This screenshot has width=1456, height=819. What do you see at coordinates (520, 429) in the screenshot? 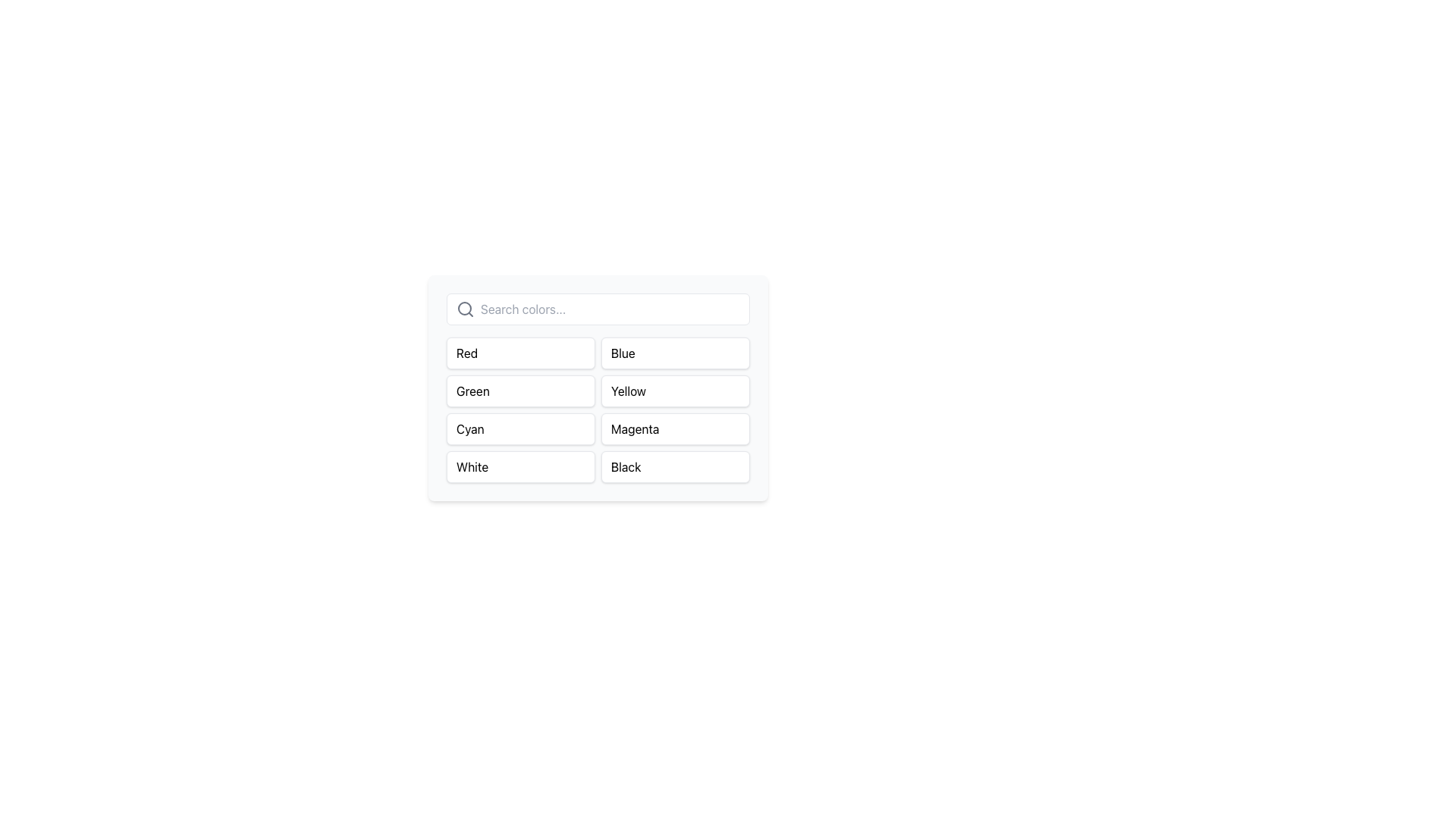
I see `the rectangular button styled with a light gray border and labeled 'Cyan', located in the third row and first column of the button grid` at bounding box center [520, 429].